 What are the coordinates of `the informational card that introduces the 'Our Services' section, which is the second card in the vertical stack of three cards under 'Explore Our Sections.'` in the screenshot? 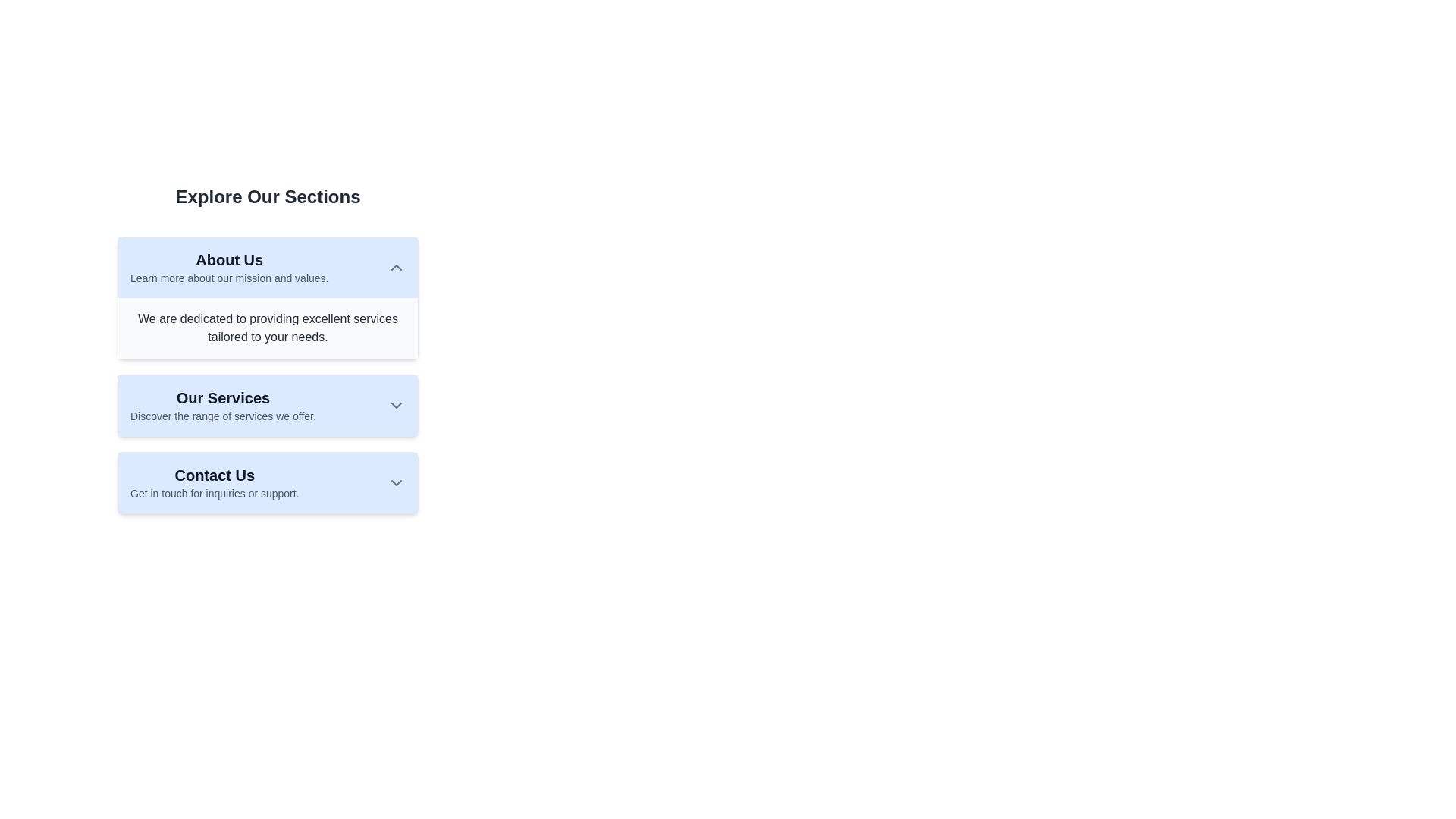 It's located at (222, 405).